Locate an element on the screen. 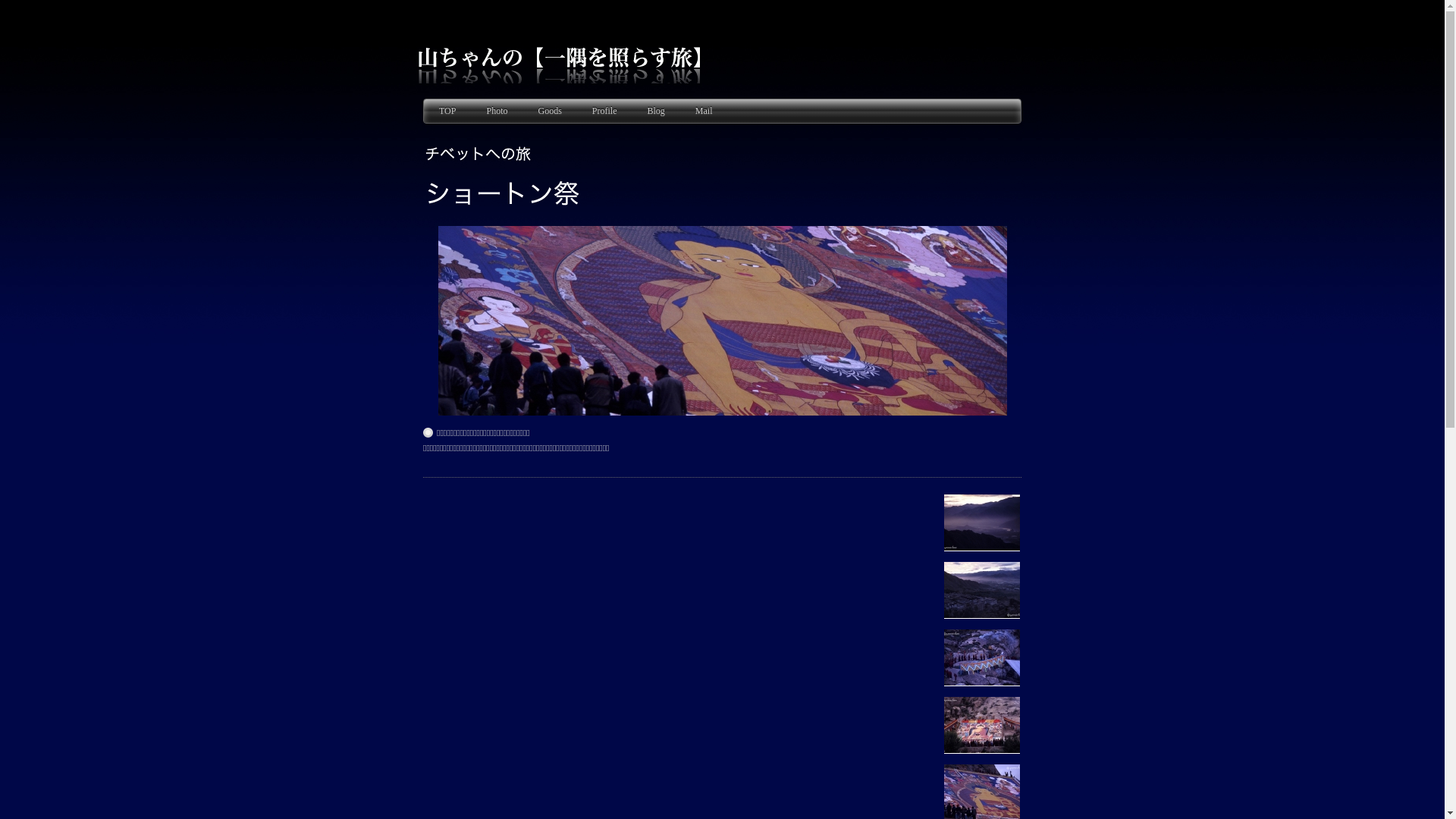 The height and width of the screenshot is (819, 1456). 'Photo' is located at coordinates (496, 110).